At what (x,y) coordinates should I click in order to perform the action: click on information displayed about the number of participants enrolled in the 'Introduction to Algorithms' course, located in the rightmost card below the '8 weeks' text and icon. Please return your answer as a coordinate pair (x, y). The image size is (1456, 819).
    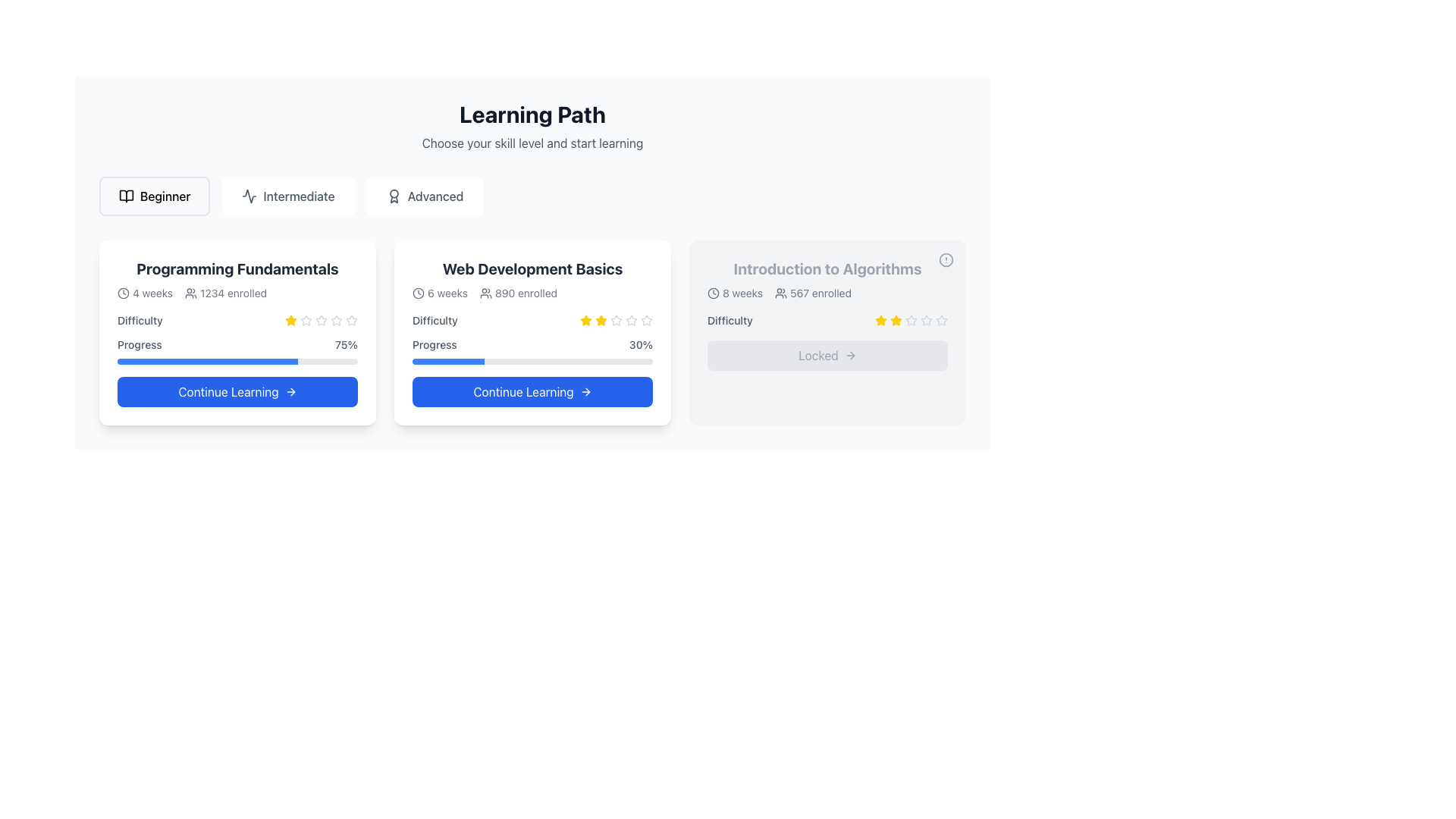
    Looking at the image, I should click on (812, 293).